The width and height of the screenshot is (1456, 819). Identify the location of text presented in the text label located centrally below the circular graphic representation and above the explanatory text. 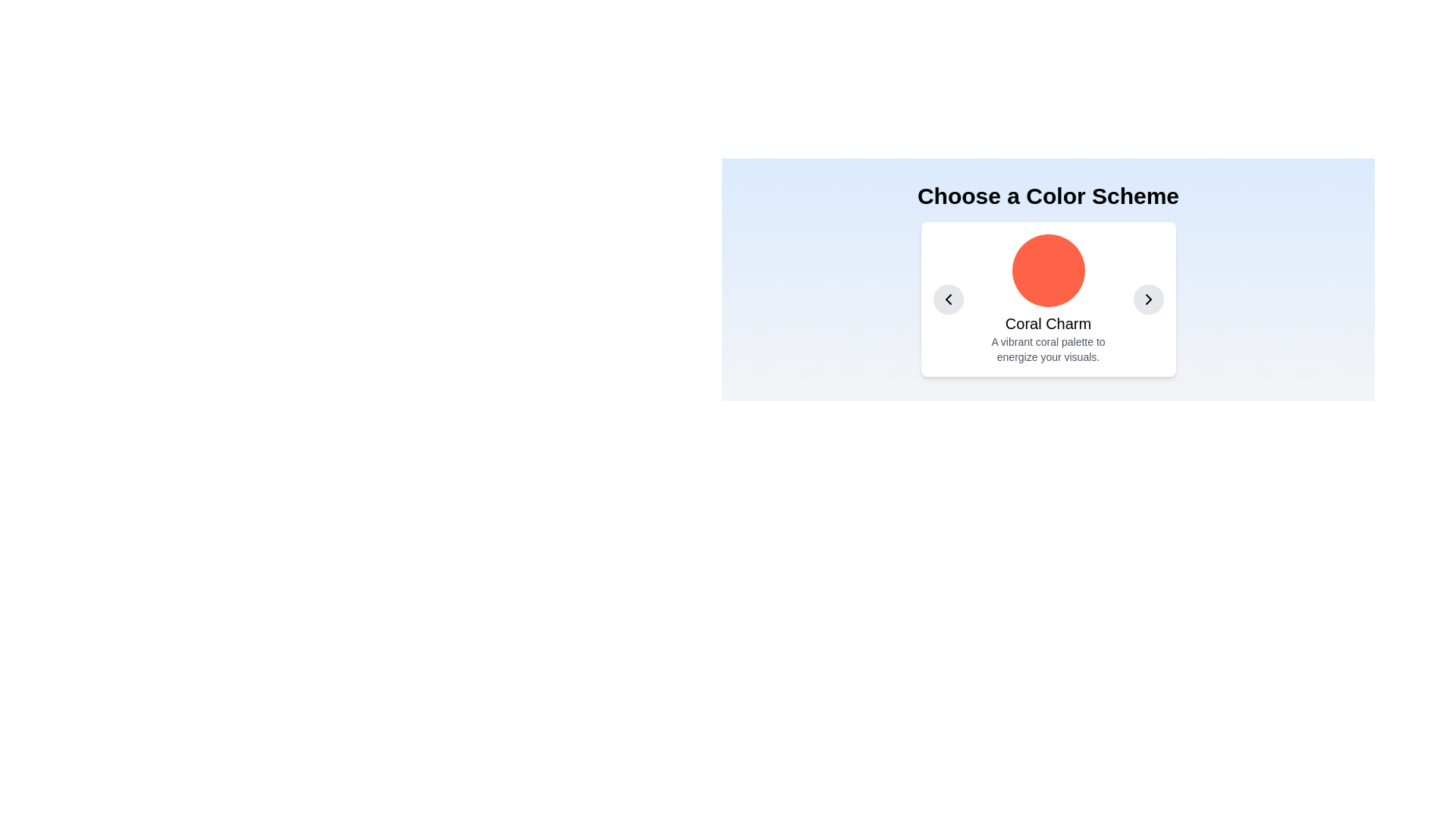
(1047, 323).